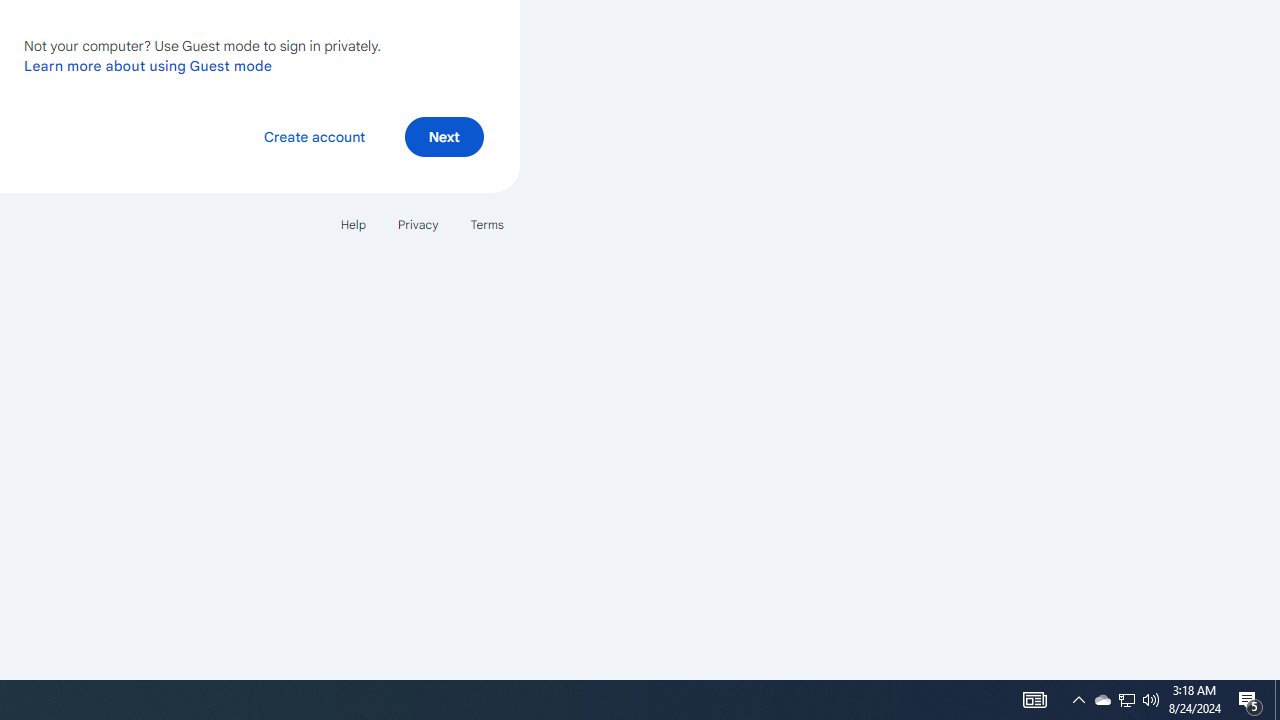  Describe the element at coordinates (147, 64) in the screenshot. I see `'Learn more about using Guest mode'` at that location.